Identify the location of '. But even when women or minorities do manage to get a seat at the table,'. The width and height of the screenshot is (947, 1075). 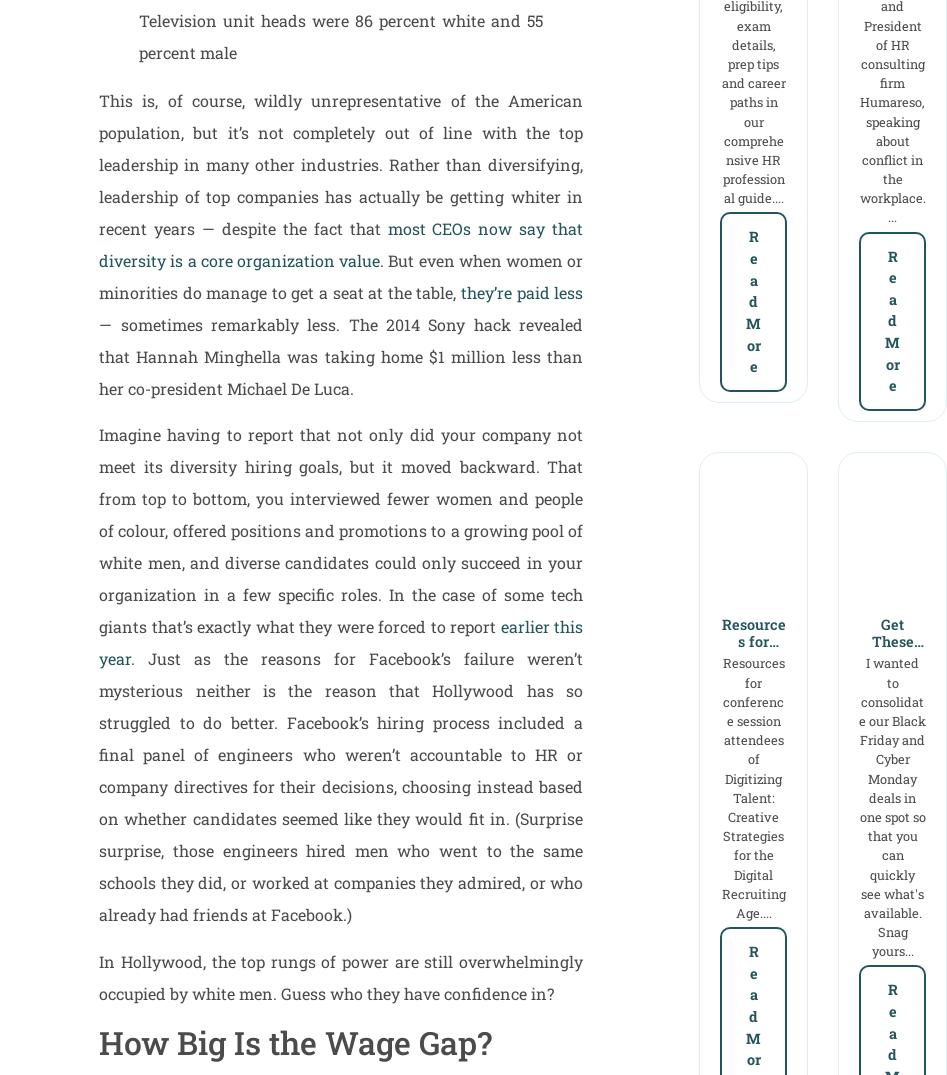
(340, 275).